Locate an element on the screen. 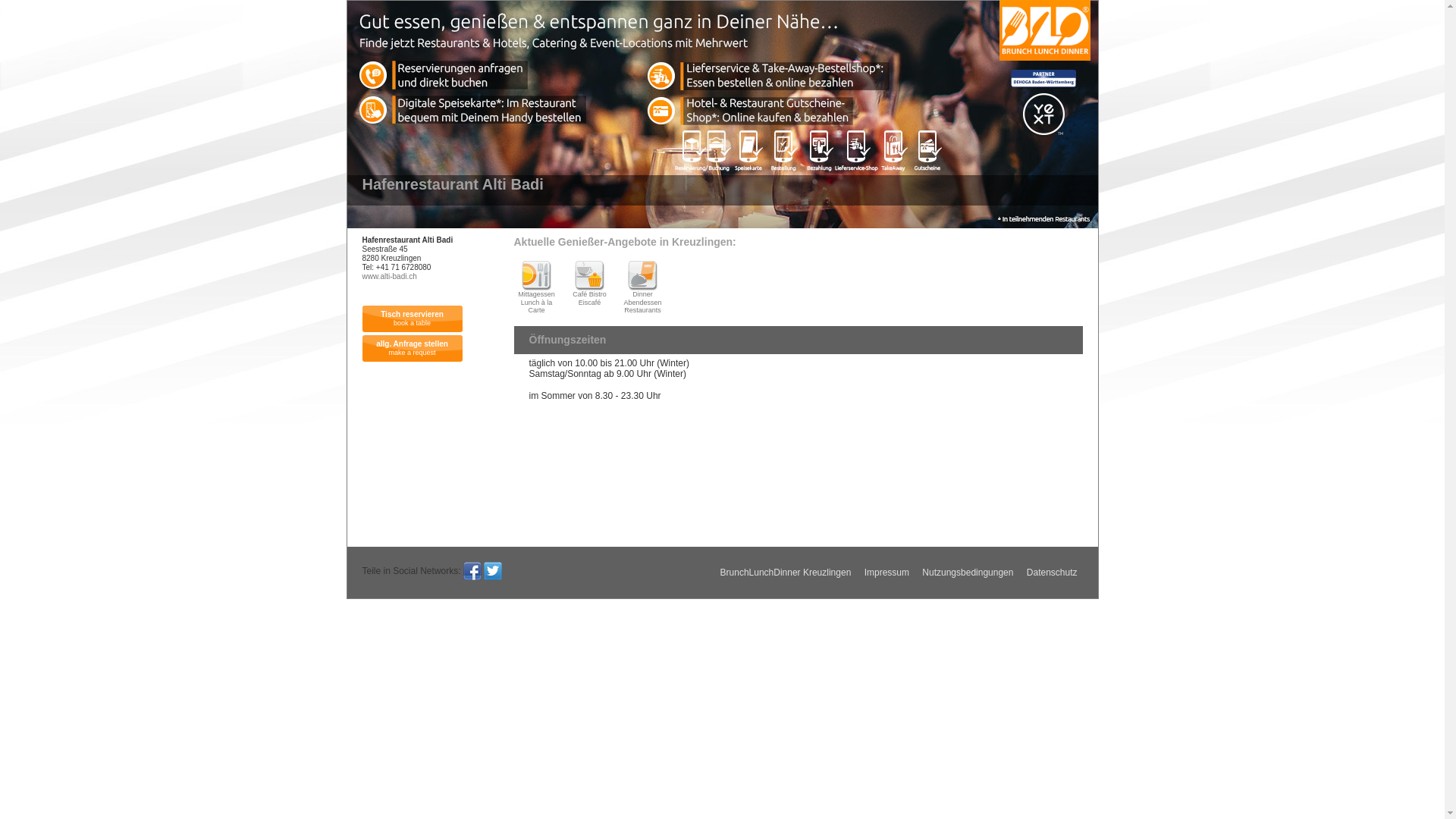  'Datenschutz' is located at coordinates (1021, 573).